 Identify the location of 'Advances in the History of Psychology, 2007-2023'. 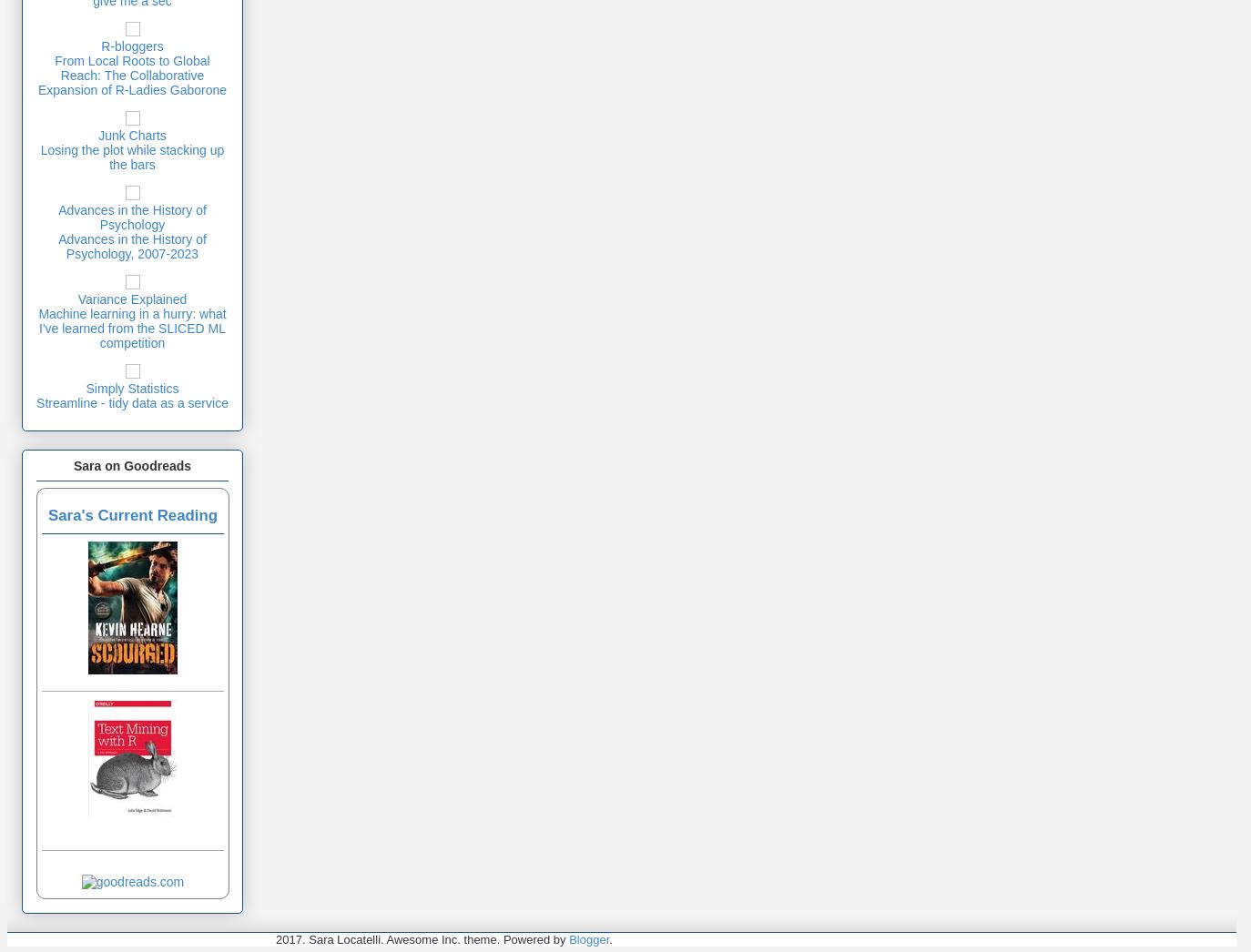
(57, 247).